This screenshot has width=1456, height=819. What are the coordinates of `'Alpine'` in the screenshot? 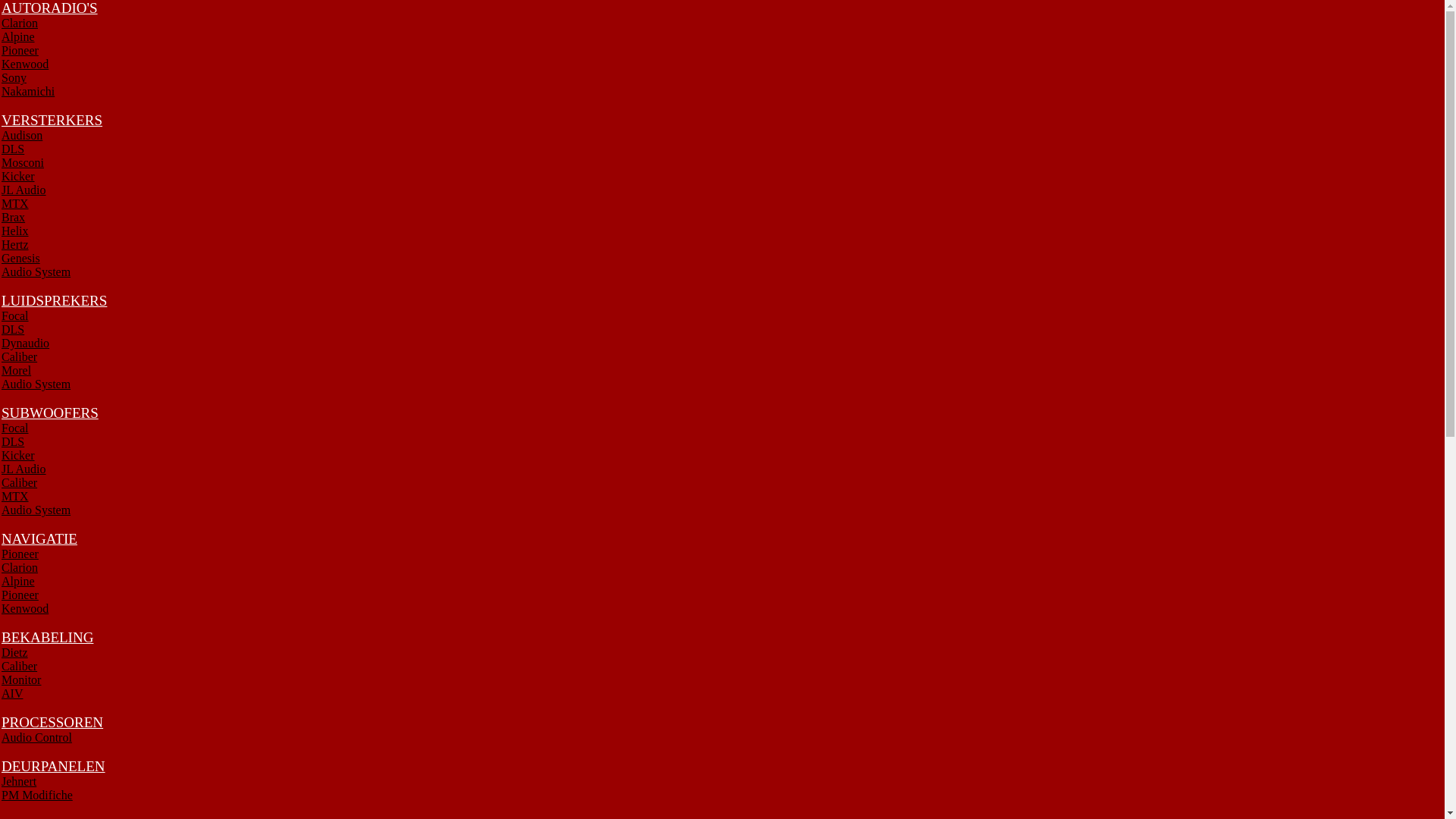 It's located at (1, 580).